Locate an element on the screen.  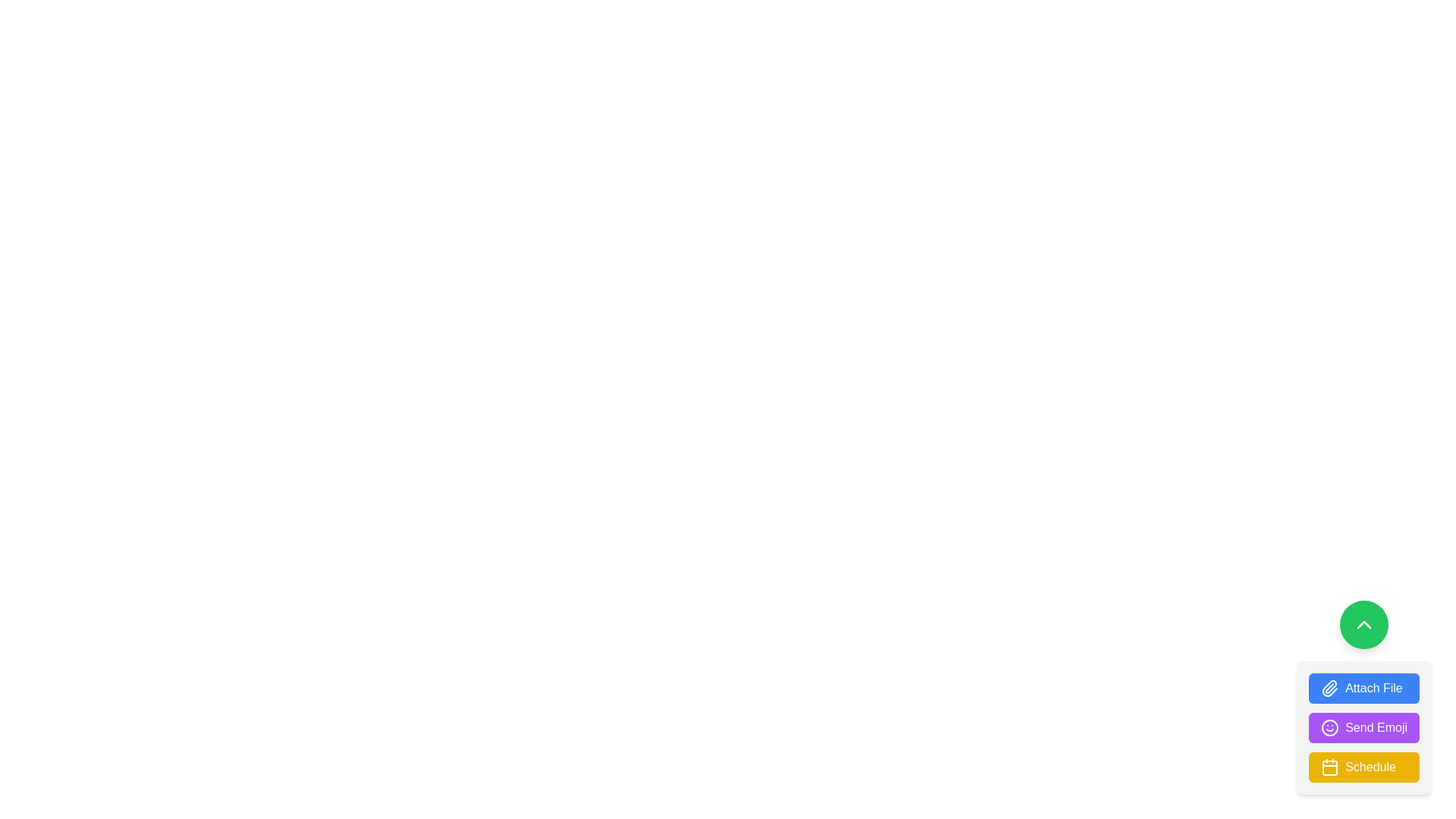
the smiley face icon within the purple 'Send Emoji' button located in the lower right corner of the interface is located at coordinates (1329, 727).